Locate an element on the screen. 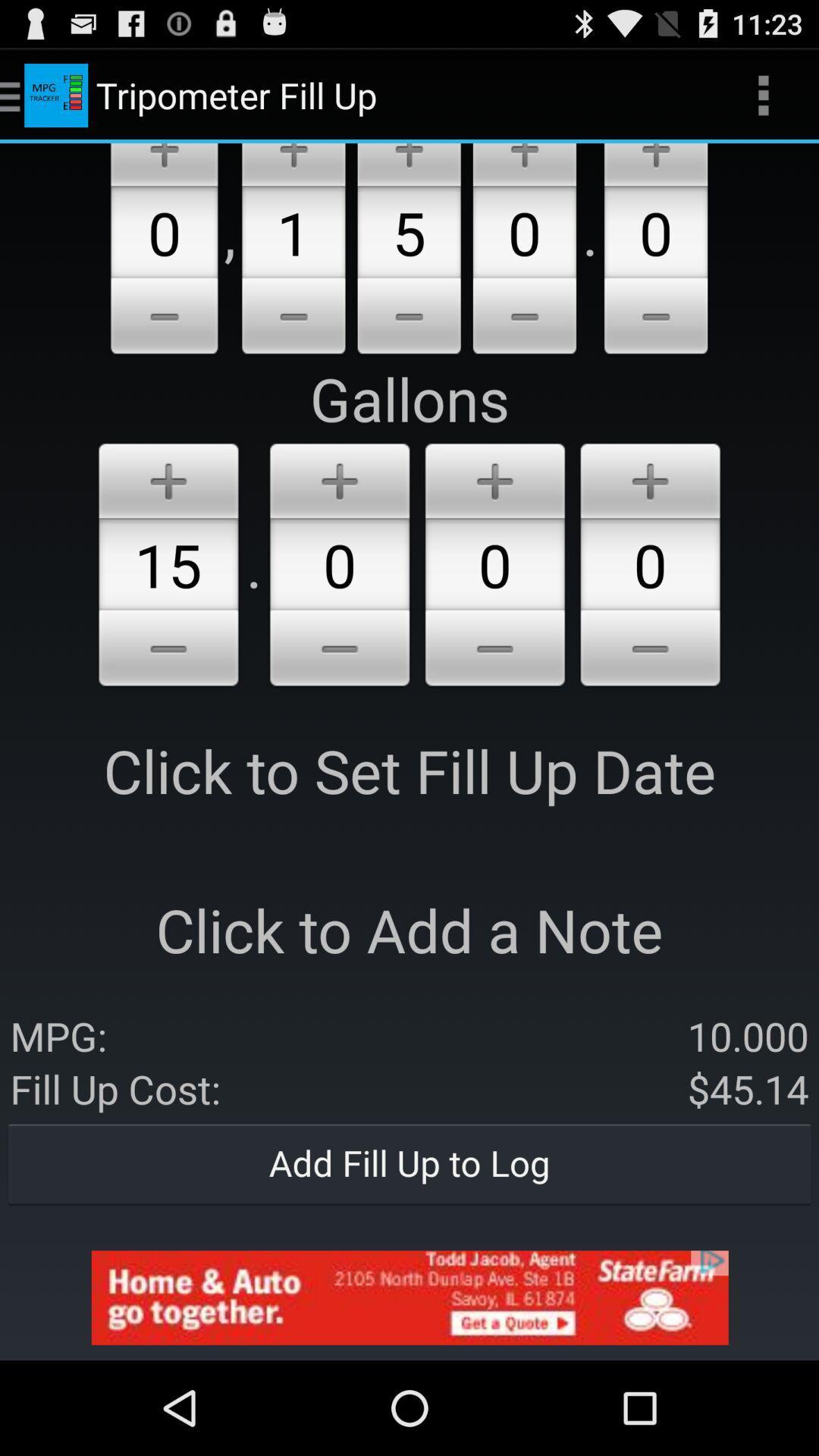 This screenshot has width=819, height=1456. minus the value is located at coordinates (408, 318).